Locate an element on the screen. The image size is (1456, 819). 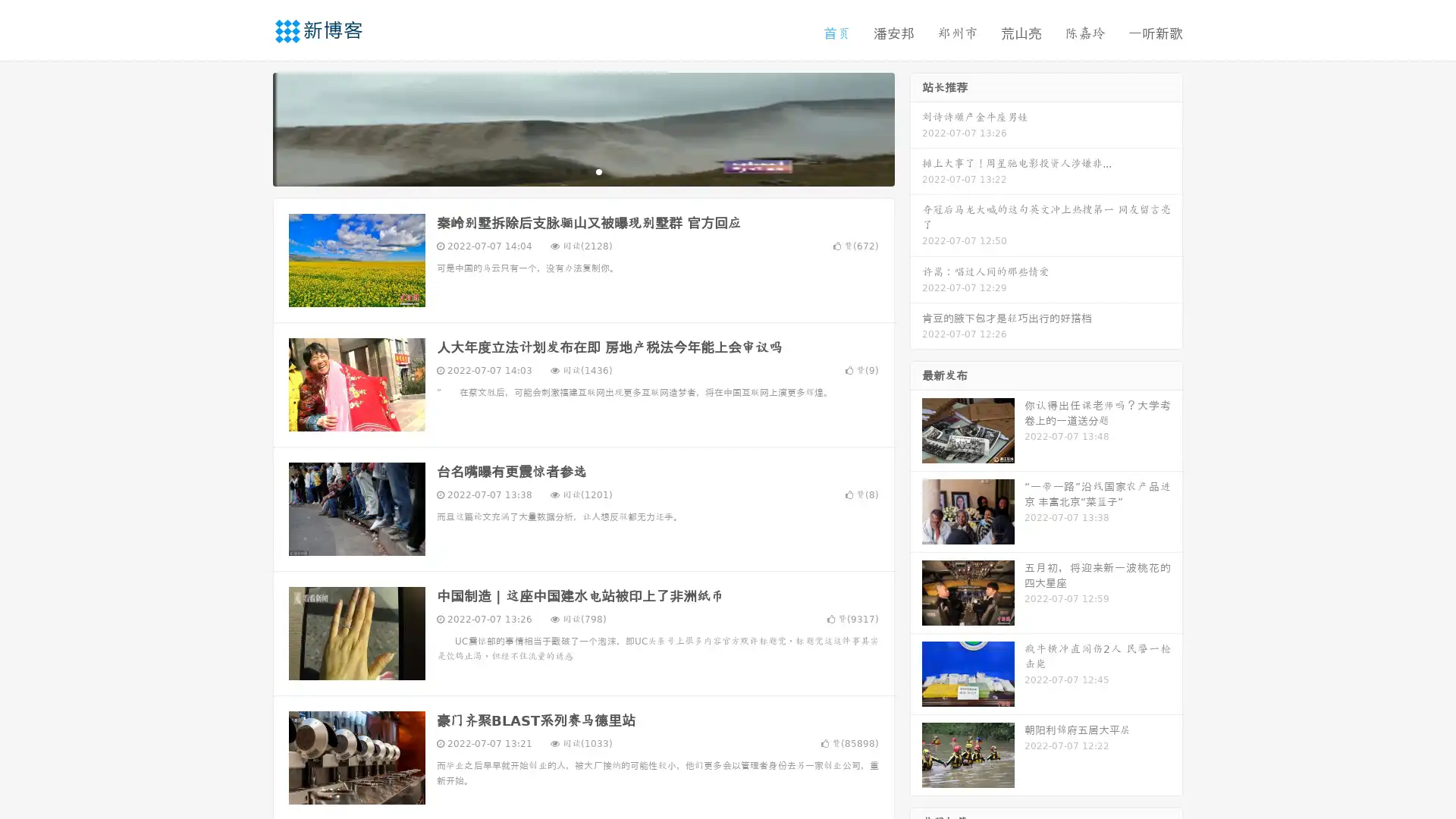
Previous slide is located at coordinates (250, 127).